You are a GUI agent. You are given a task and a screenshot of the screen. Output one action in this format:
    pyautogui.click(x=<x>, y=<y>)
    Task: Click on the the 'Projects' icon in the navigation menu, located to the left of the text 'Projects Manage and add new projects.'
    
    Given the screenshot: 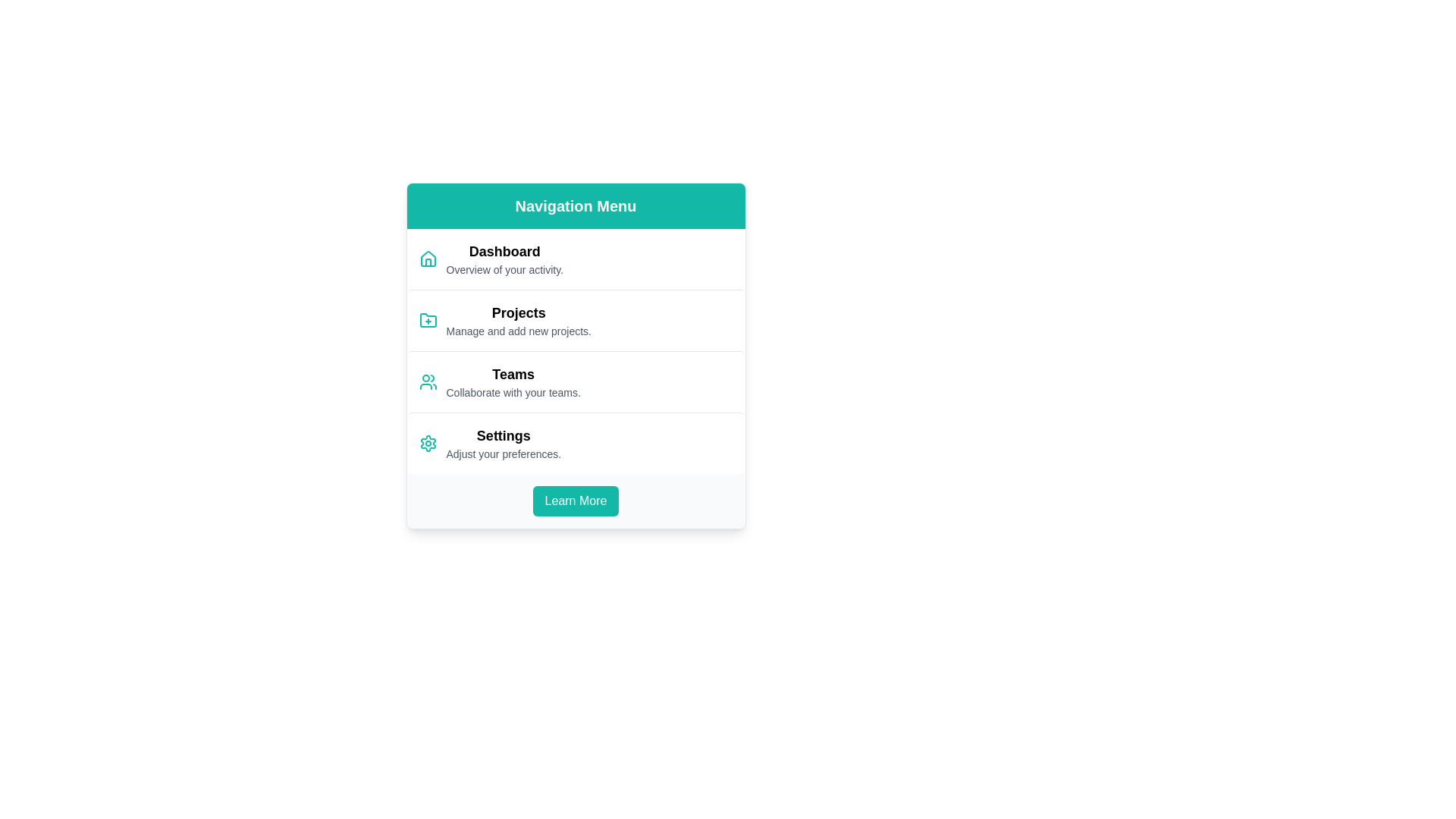 What is the action you would take?
    pyautogui.click(x=427, y=320)
    